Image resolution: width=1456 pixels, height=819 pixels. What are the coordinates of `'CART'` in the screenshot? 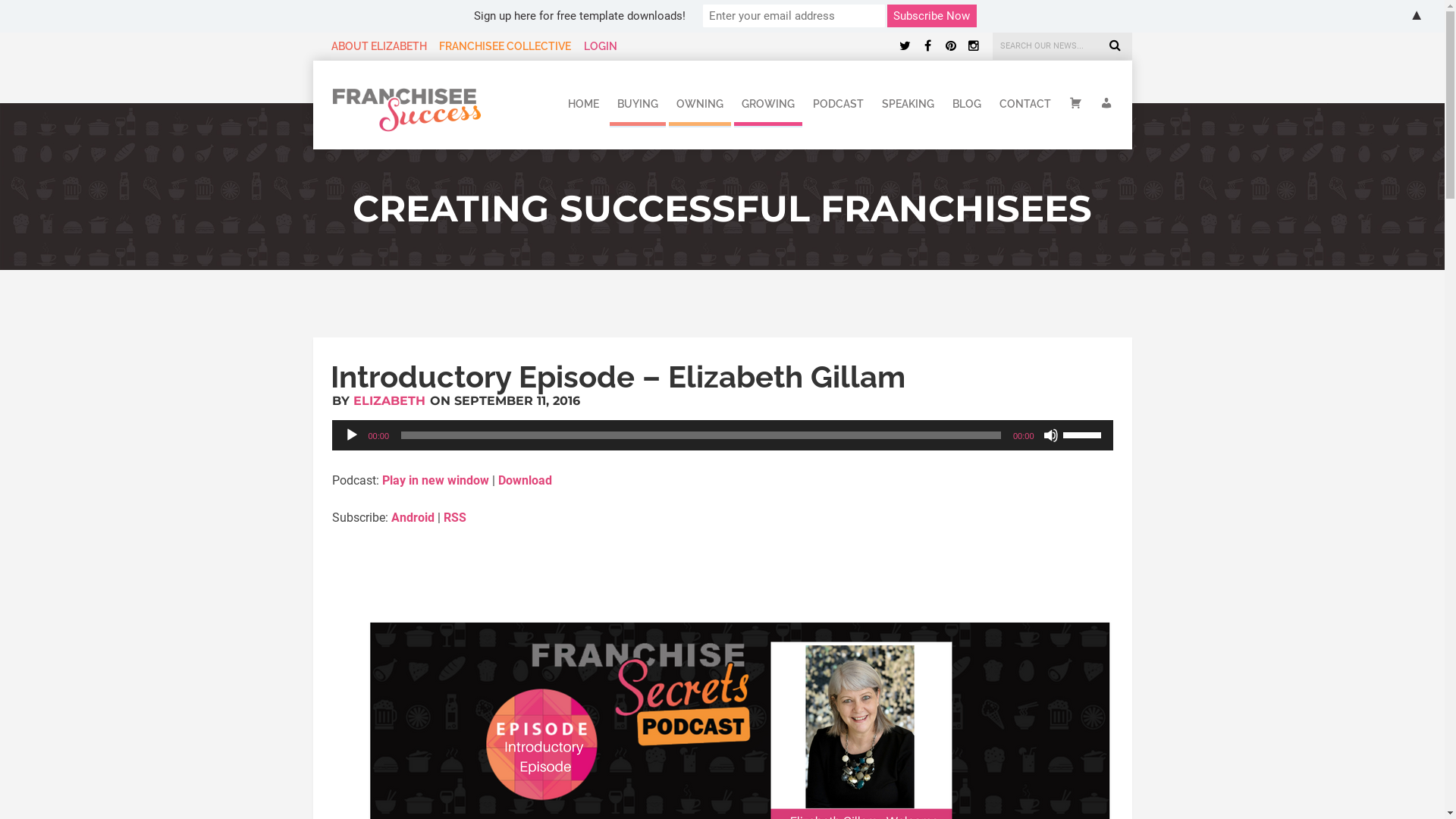 It's located at (1075, 100).